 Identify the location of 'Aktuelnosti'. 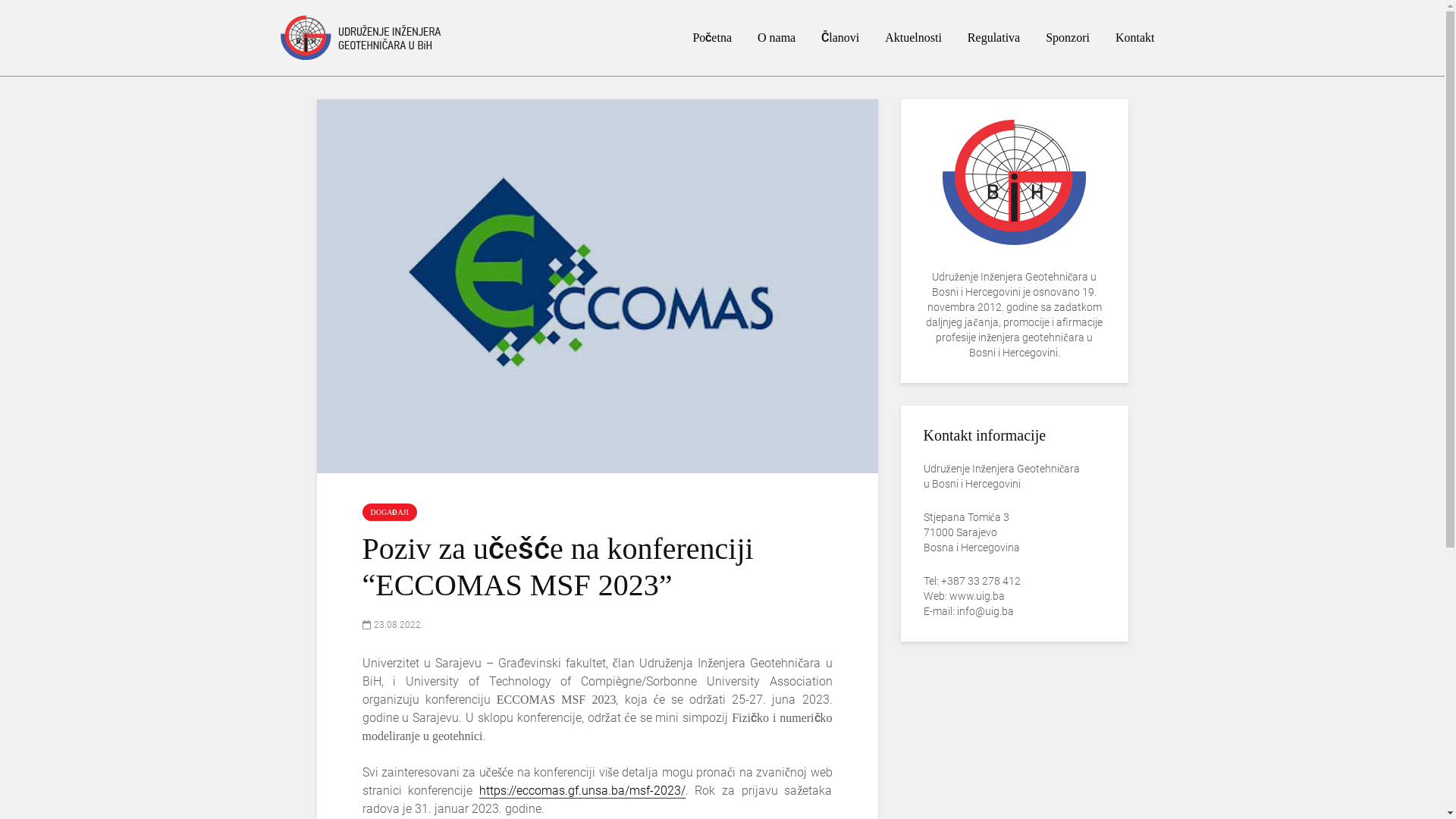
(912, 37).